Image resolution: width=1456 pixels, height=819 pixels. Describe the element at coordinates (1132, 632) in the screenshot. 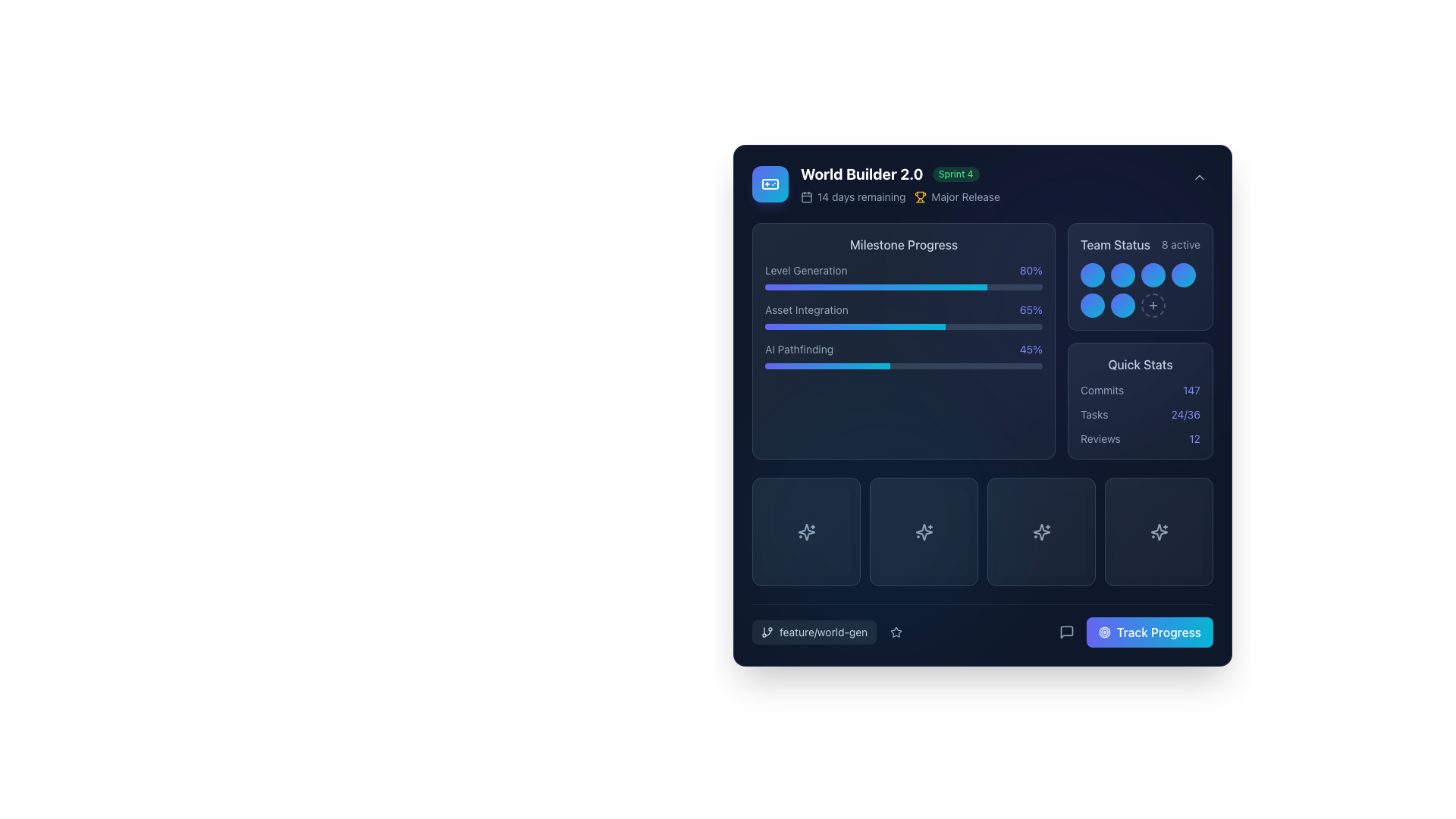

I see `the 'Track Progress' button, which is a rectangular button with a gradient background from indigo to cyan, featuring white text and a circular target-like icon on the left` at that location.